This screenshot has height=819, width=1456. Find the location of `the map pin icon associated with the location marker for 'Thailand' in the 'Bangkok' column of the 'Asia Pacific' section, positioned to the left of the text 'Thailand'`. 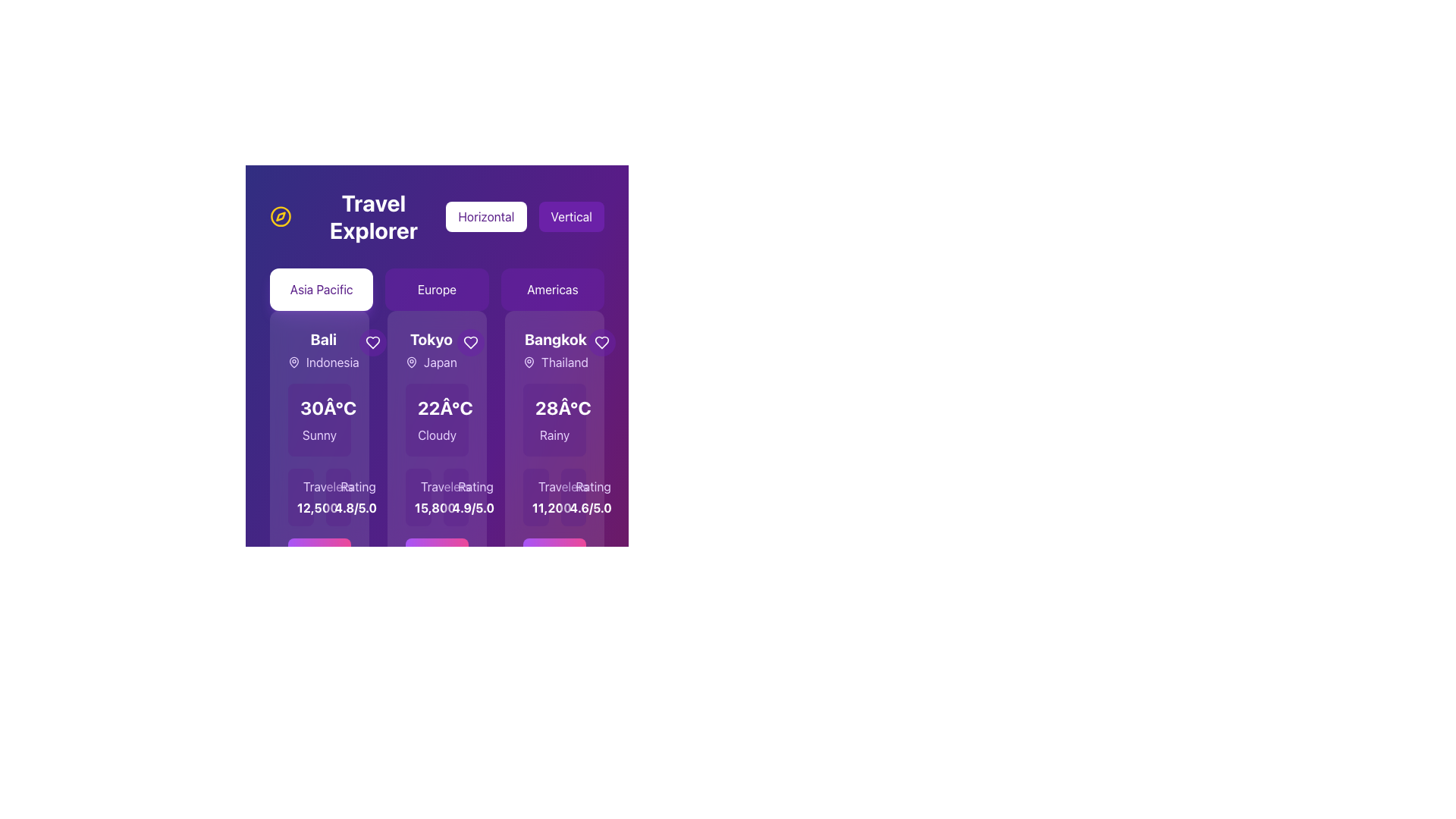

the map pin icon associated with the location marker for 'Thailand' in the 'Bangkok' column of the 'Asia Pacific' section, positioned to the left of the text 'Thailand' is located at coordinates (529, 362).